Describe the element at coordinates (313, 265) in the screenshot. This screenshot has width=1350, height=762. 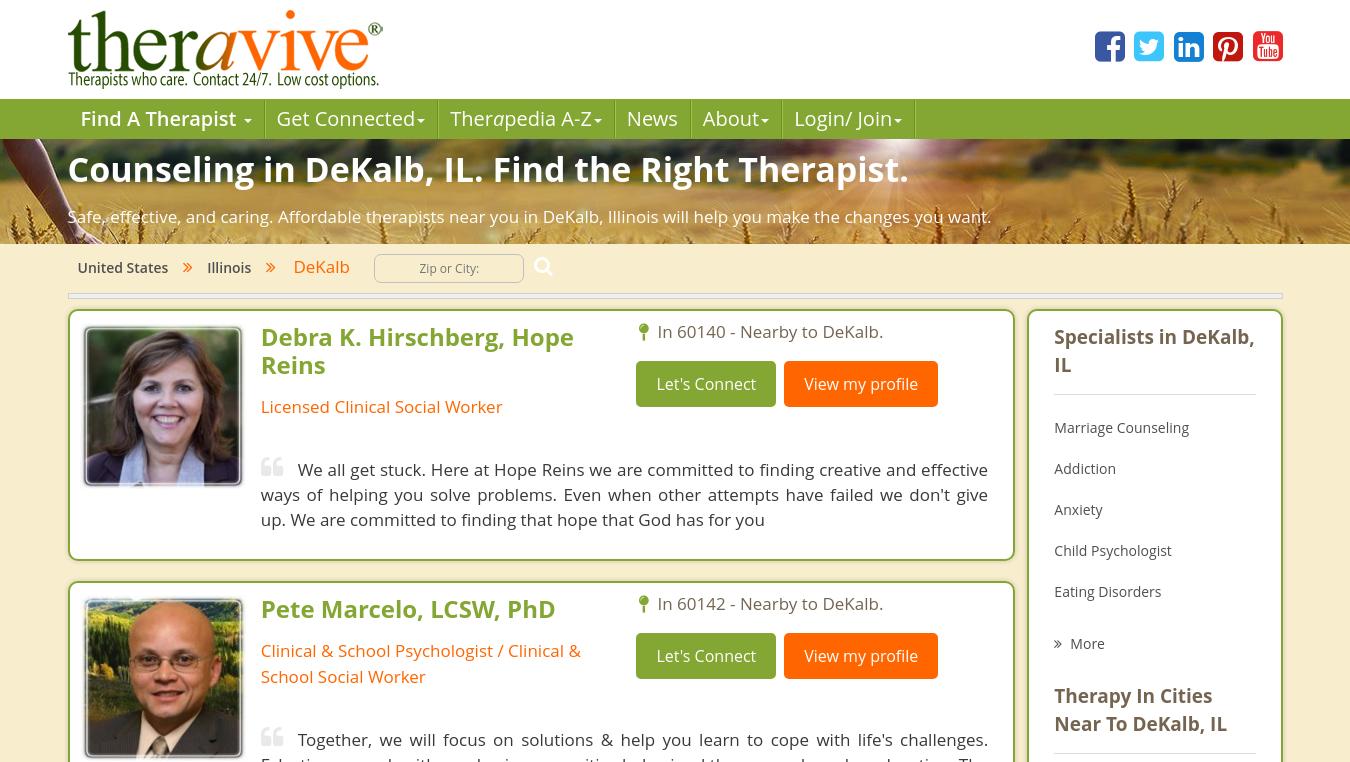
I see `'DeKalb'` at that location.